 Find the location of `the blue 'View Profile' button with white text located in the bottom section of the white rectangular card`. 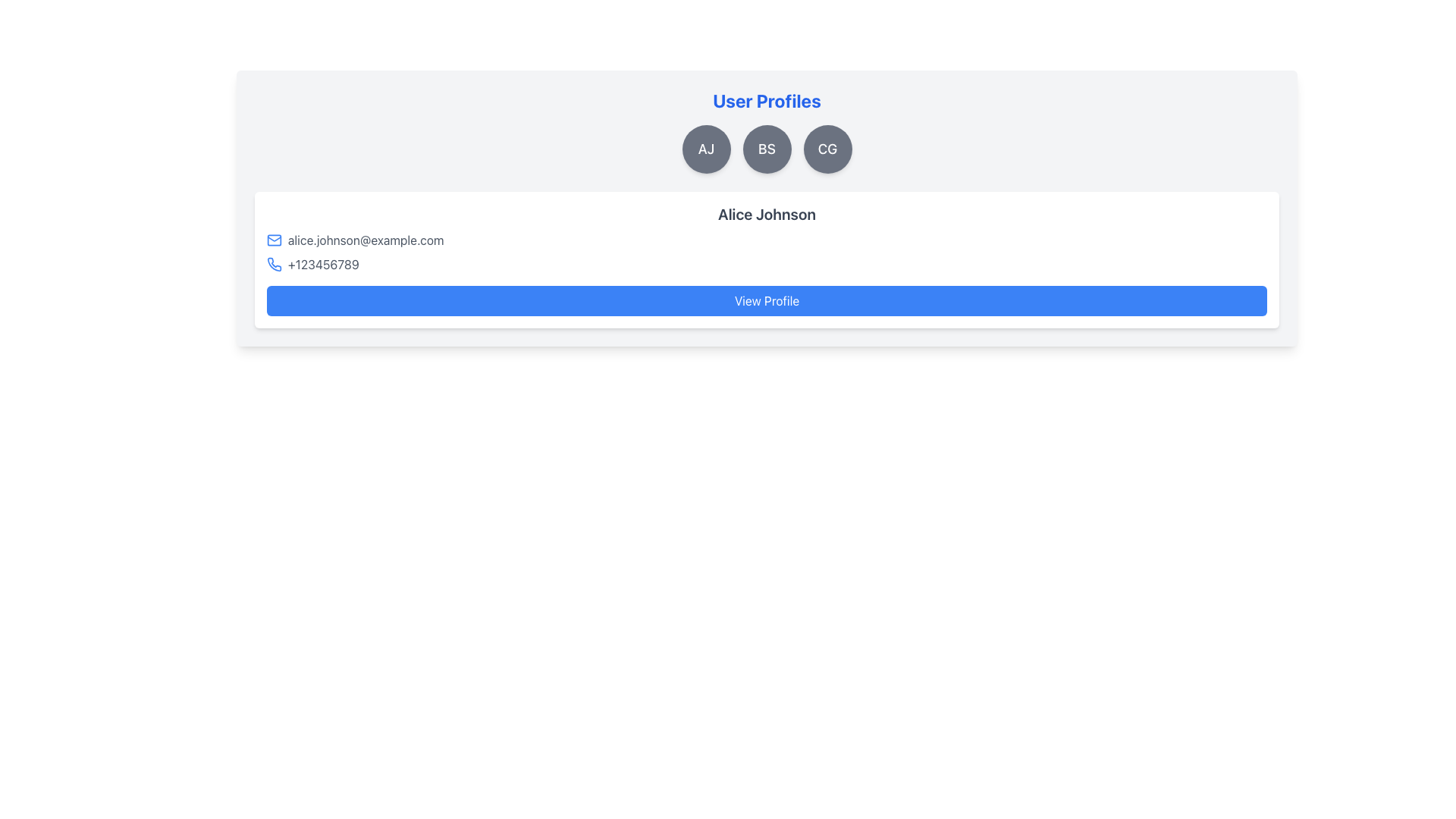

the blue 'View Profile' button with white text located in the bottom section of the white rectangular card is located at coordinates (767, 301).